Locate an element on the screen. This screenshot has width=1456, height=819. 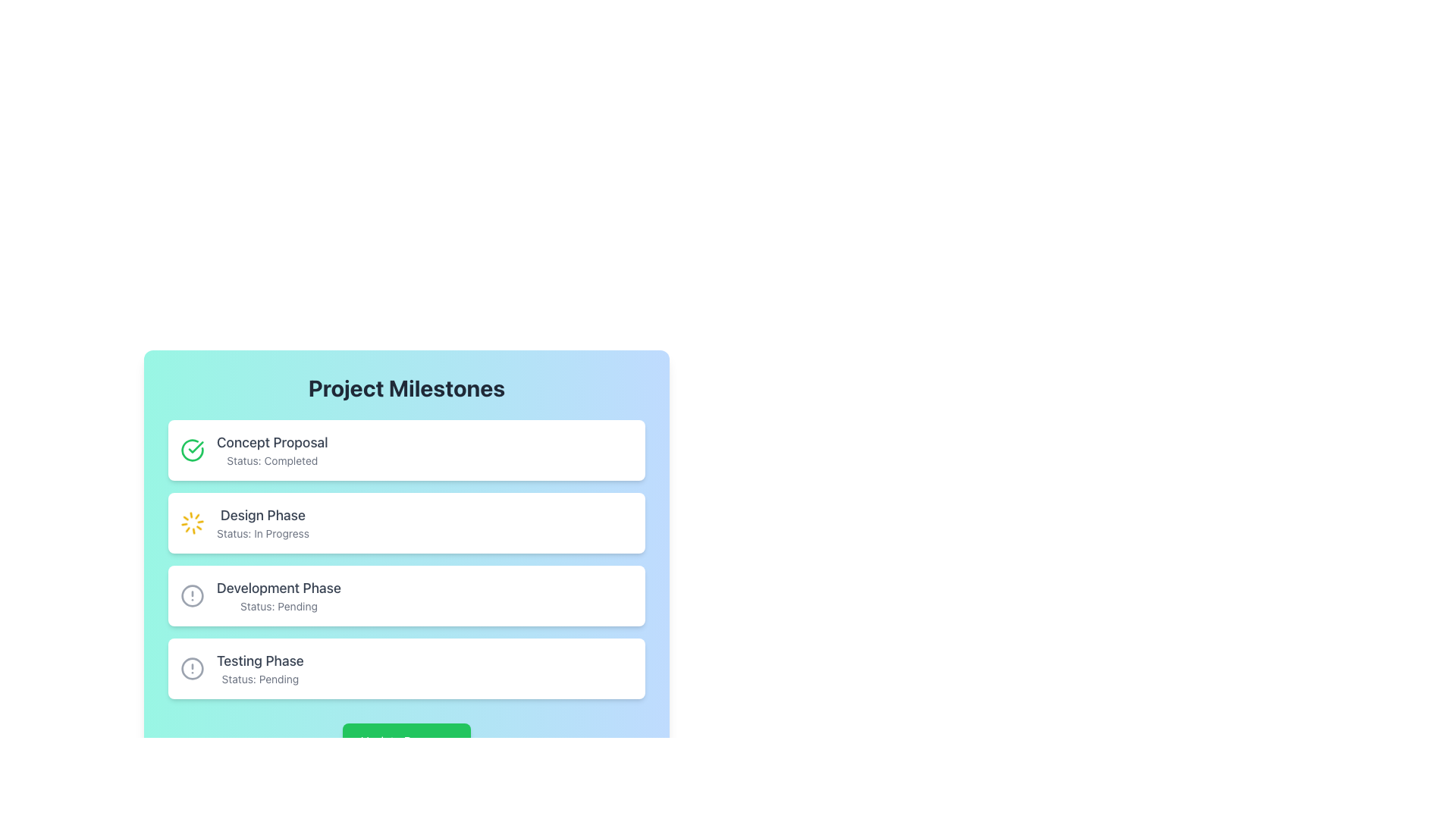
the green circular badge icon that visually indicates the completion status of the 'Concept Proposal' milestone, which is part of the checkmark symbol in the first milestone entry is located at coordinates (195, 447).